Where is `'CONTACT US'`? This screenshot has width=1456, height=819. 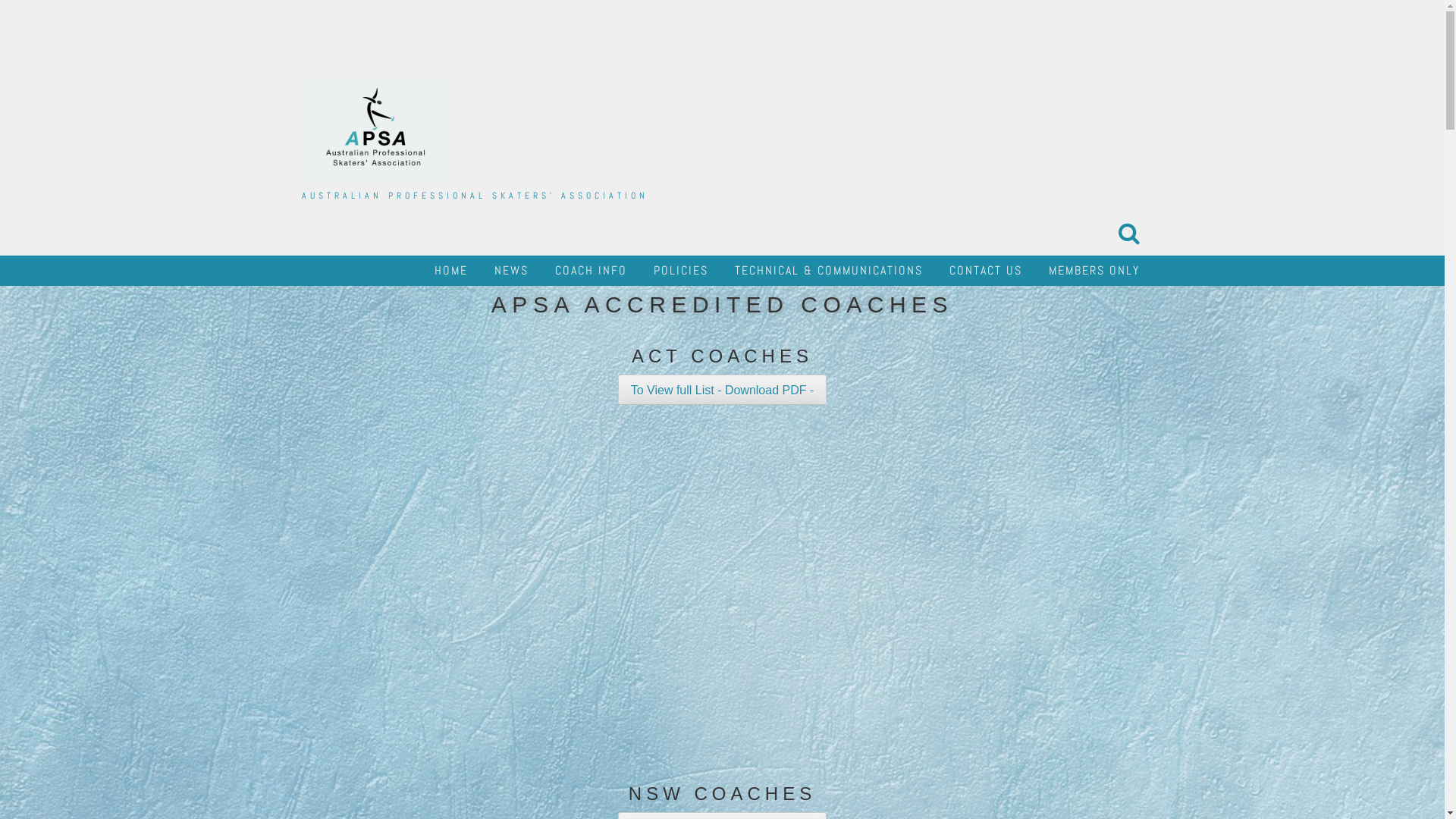 'CONTACT US' is located at coordinates (986, 270).